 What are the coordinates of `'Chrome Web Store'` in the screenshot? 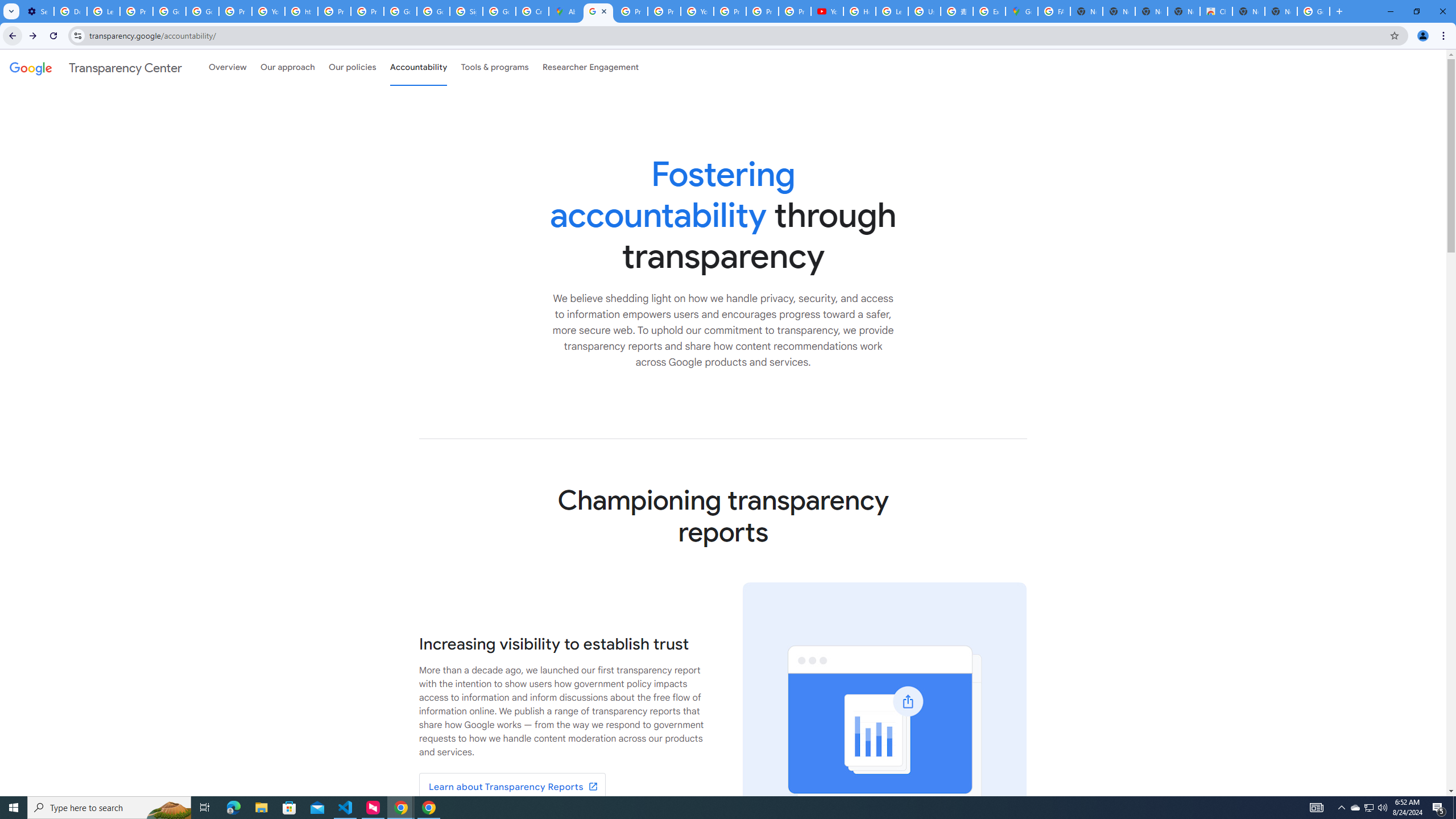 It's located at (1215, 11).